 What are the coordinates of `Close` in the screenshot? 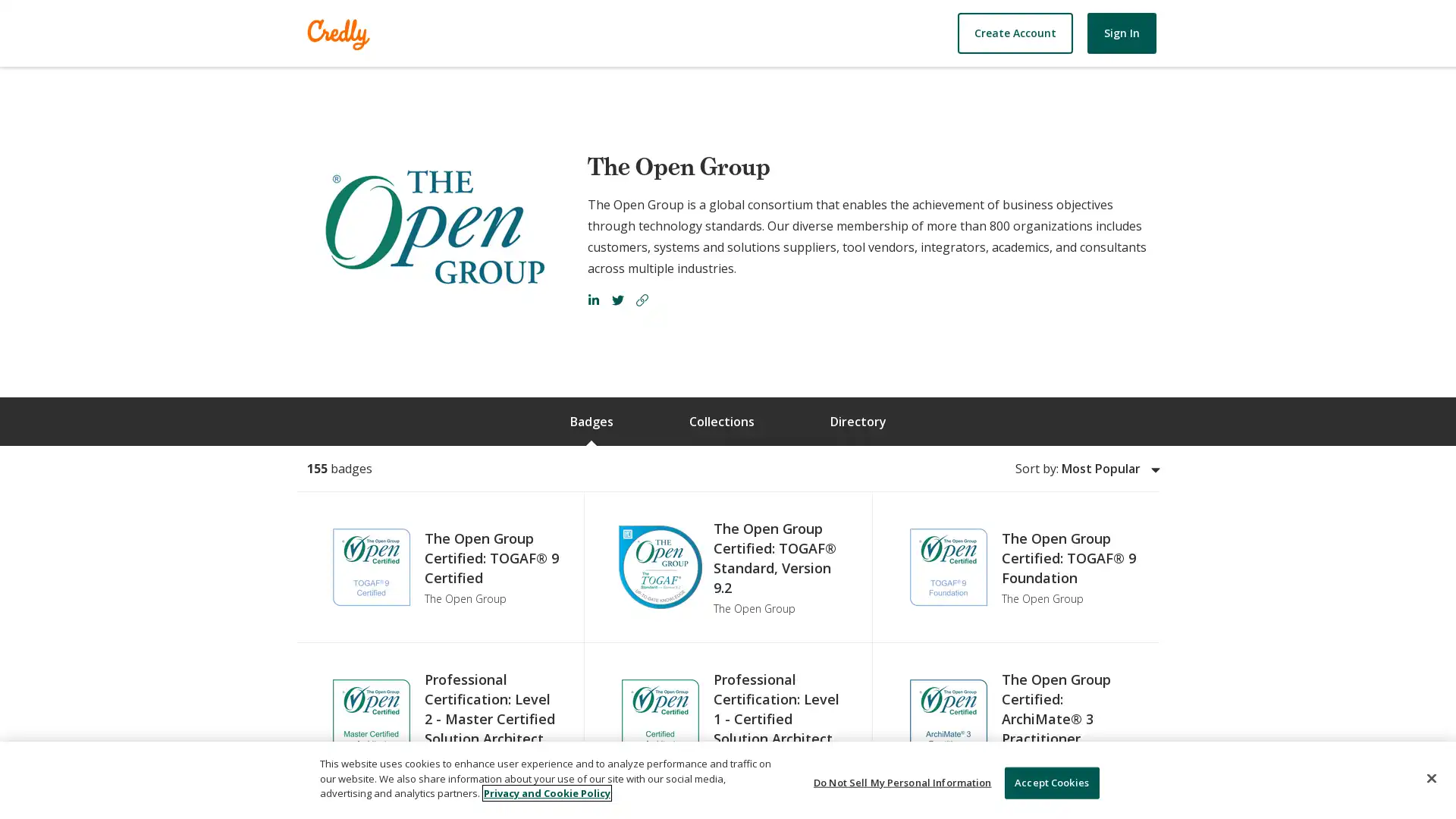 It's located at (1430, 778).